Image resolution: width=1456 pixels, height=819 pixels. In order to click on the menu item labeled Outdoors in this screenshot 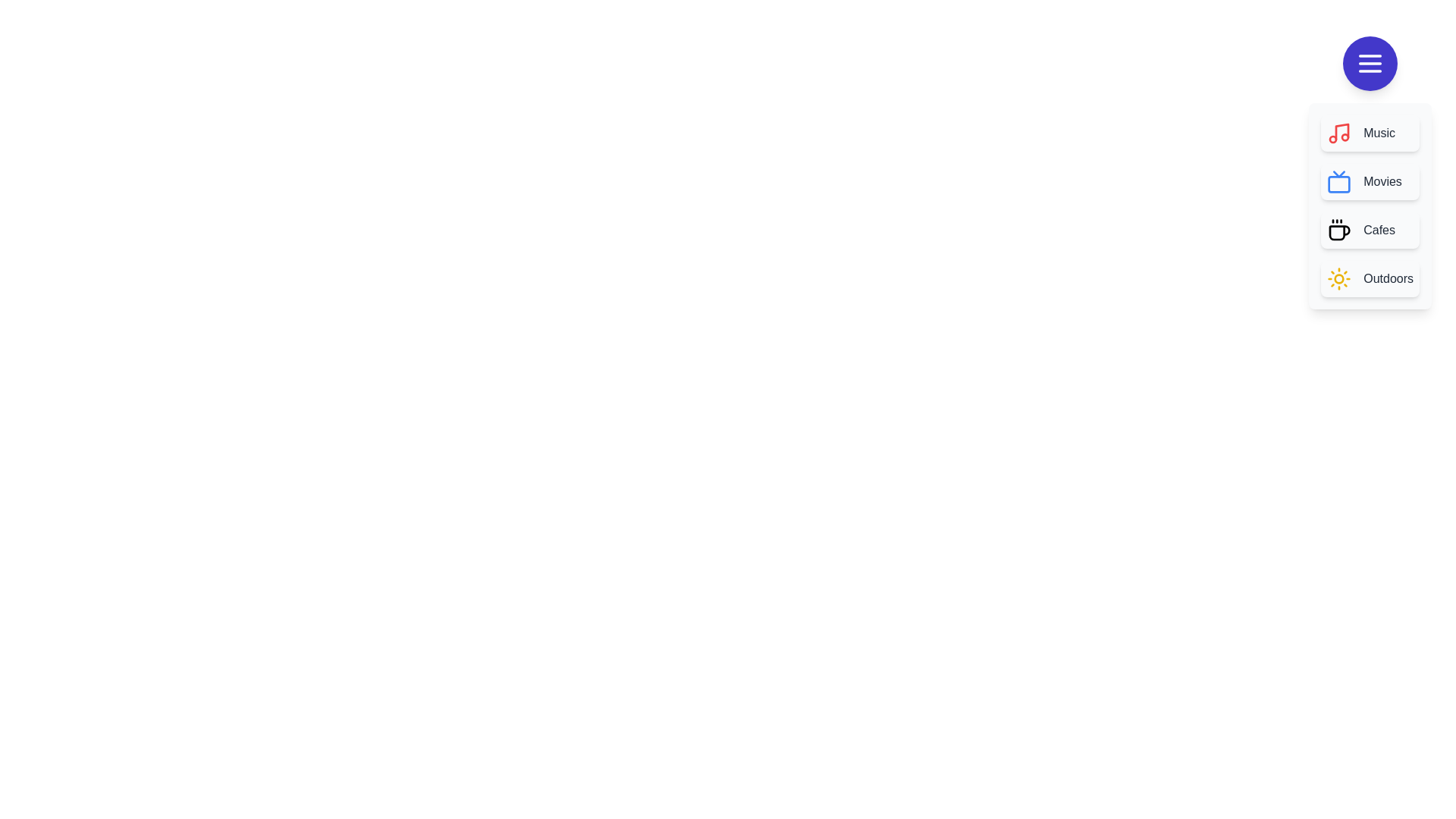, I will do `click(1370, 278)`.